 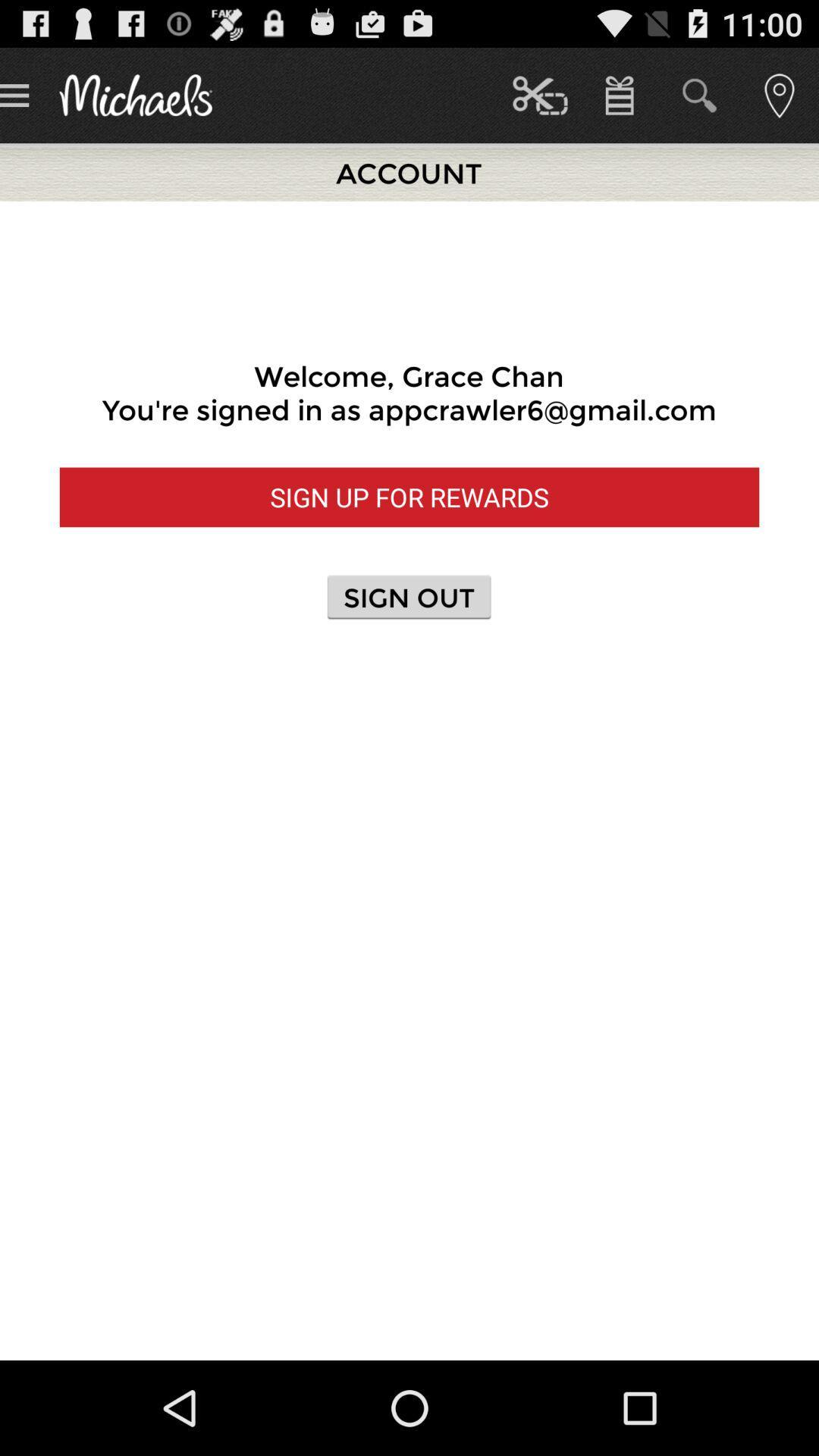 I want to click on item next to account icon, so click(x=539, y=94).